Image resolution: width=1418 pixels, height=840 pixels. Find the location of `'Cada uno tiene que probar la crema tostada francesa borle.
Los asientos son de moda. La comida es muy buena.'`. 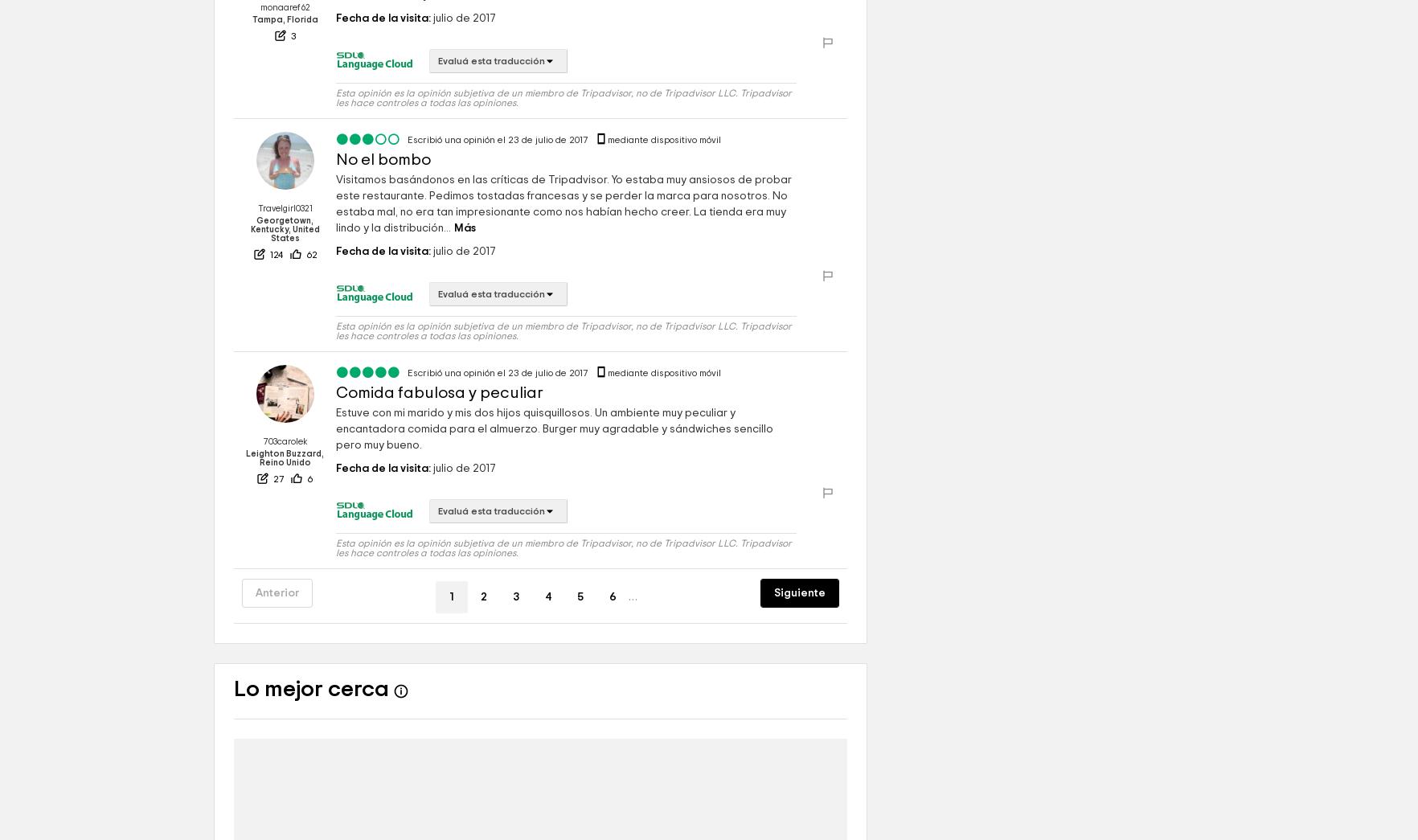

'Cada uno tiene que probar la crema tostada francesa borle.
Los asientos son de moda. La comida es muy buena.' is located at coordinates (565, 34).